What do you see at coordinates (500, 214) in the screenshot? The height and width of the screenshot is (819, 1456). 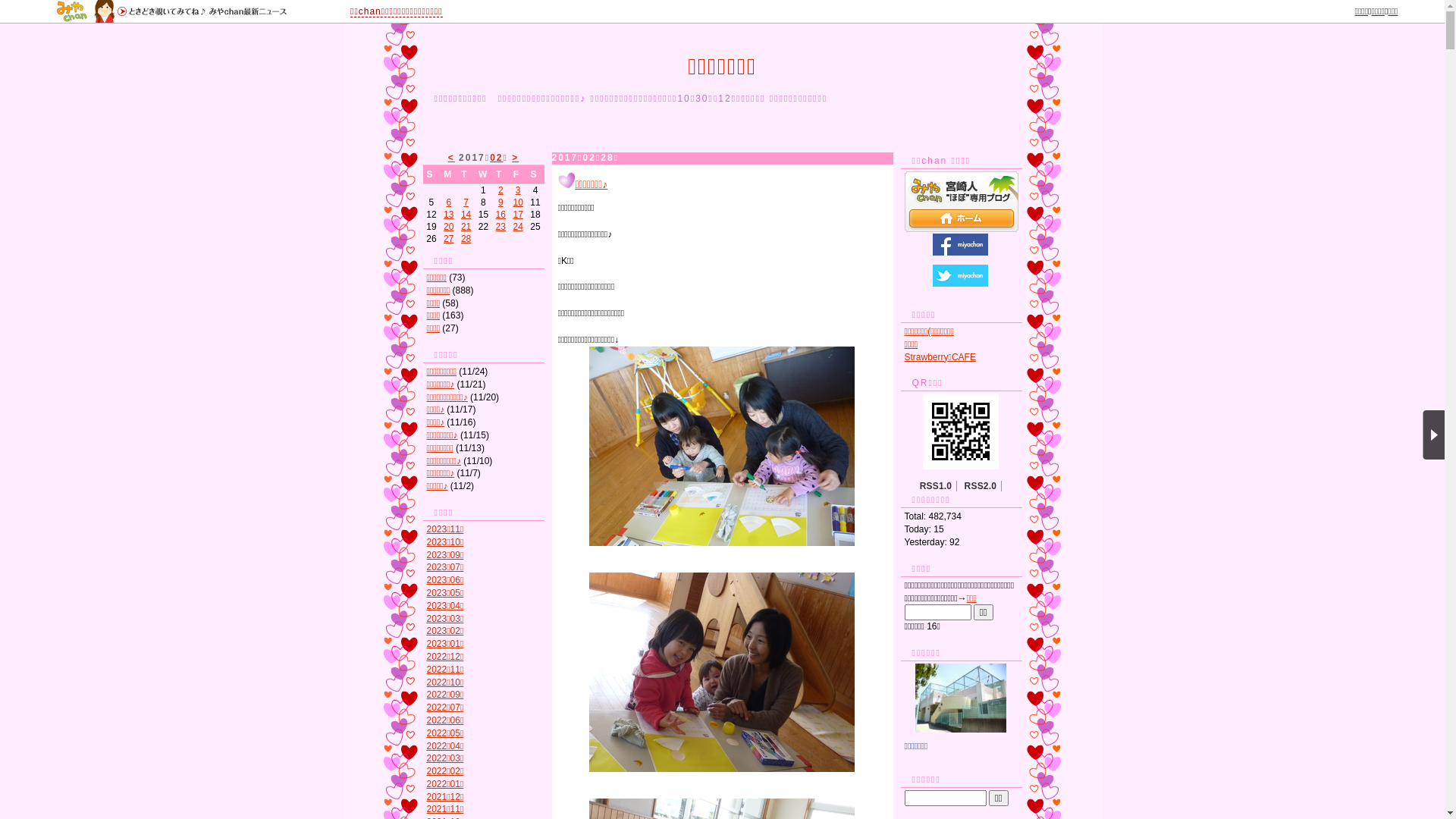 I see `'16'` at bounding box center [500, 214].